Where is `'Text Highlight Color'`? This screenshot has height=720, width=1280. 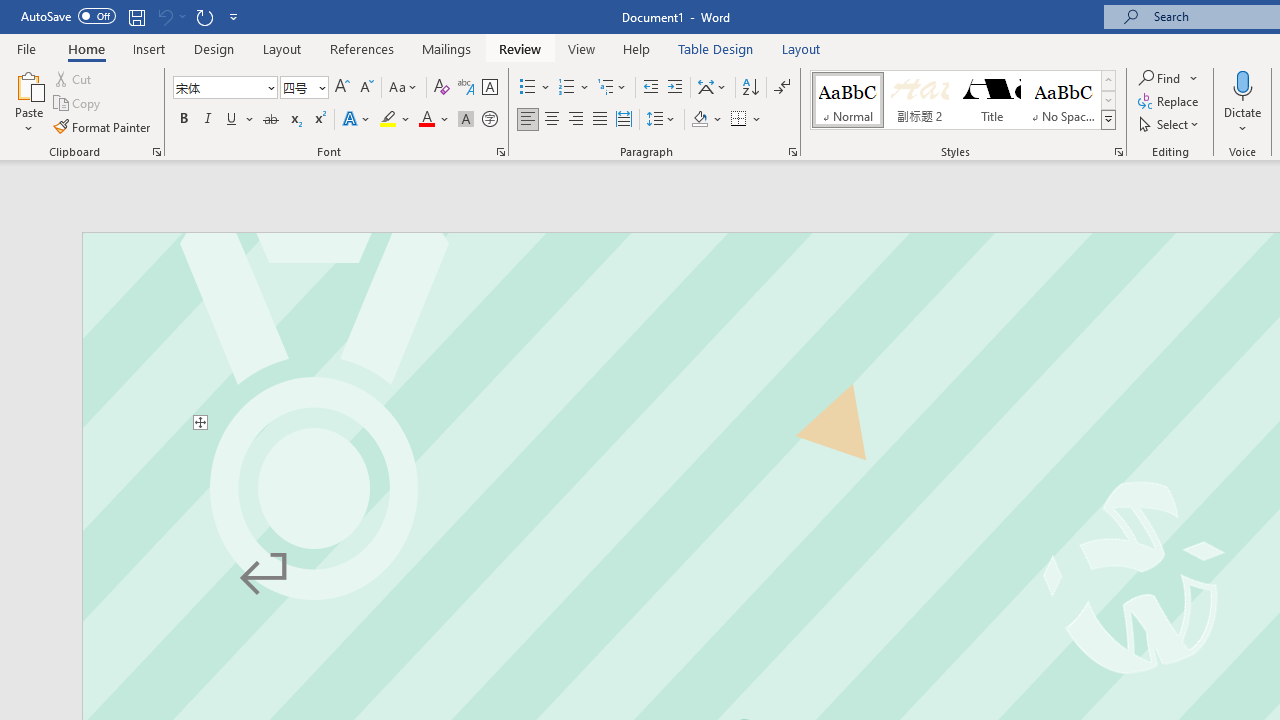 'Text Highlight Color' is located at coordinates (395, 119).